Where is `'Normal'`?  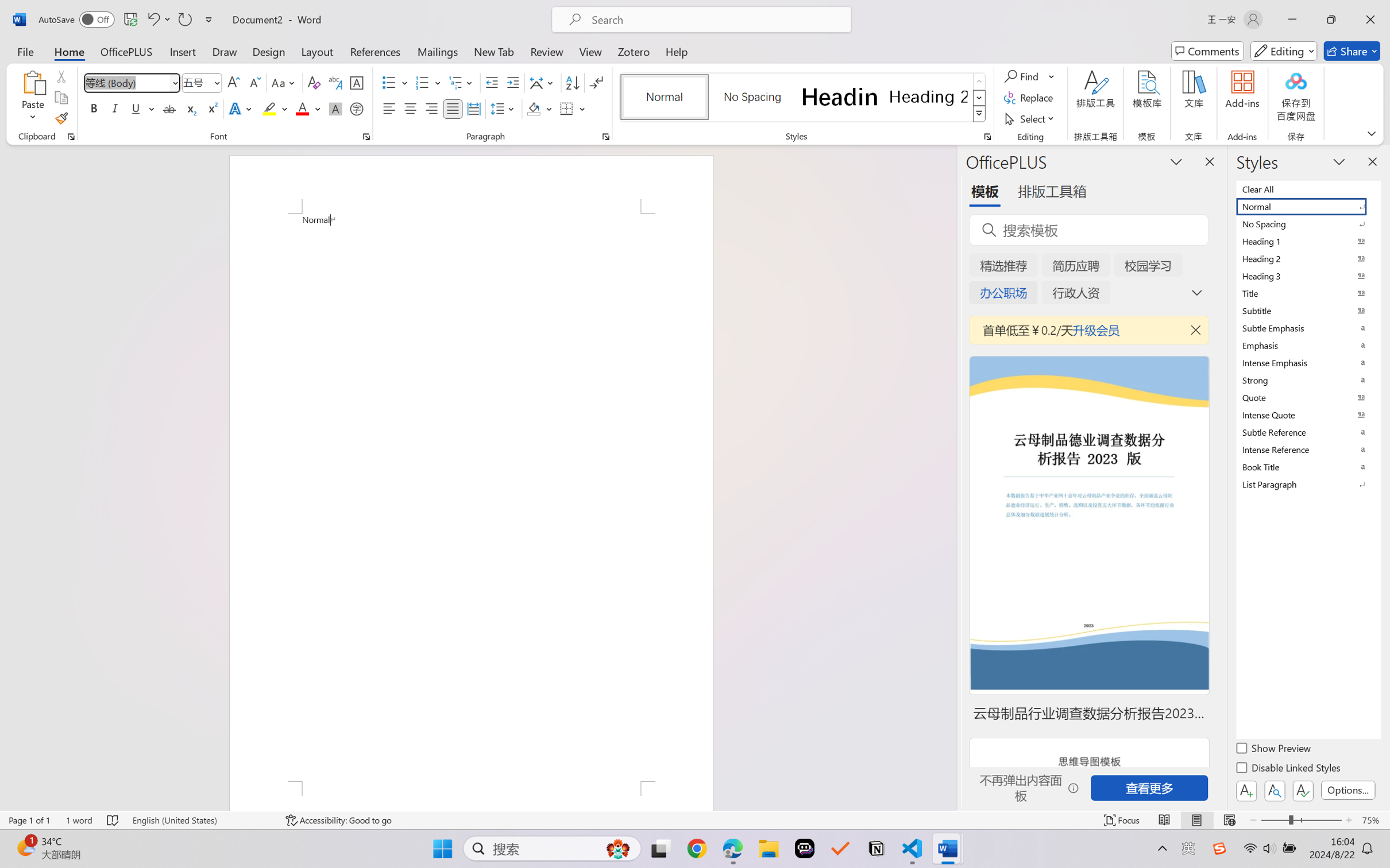
'Normal' is located at coordinates (1307, 206).